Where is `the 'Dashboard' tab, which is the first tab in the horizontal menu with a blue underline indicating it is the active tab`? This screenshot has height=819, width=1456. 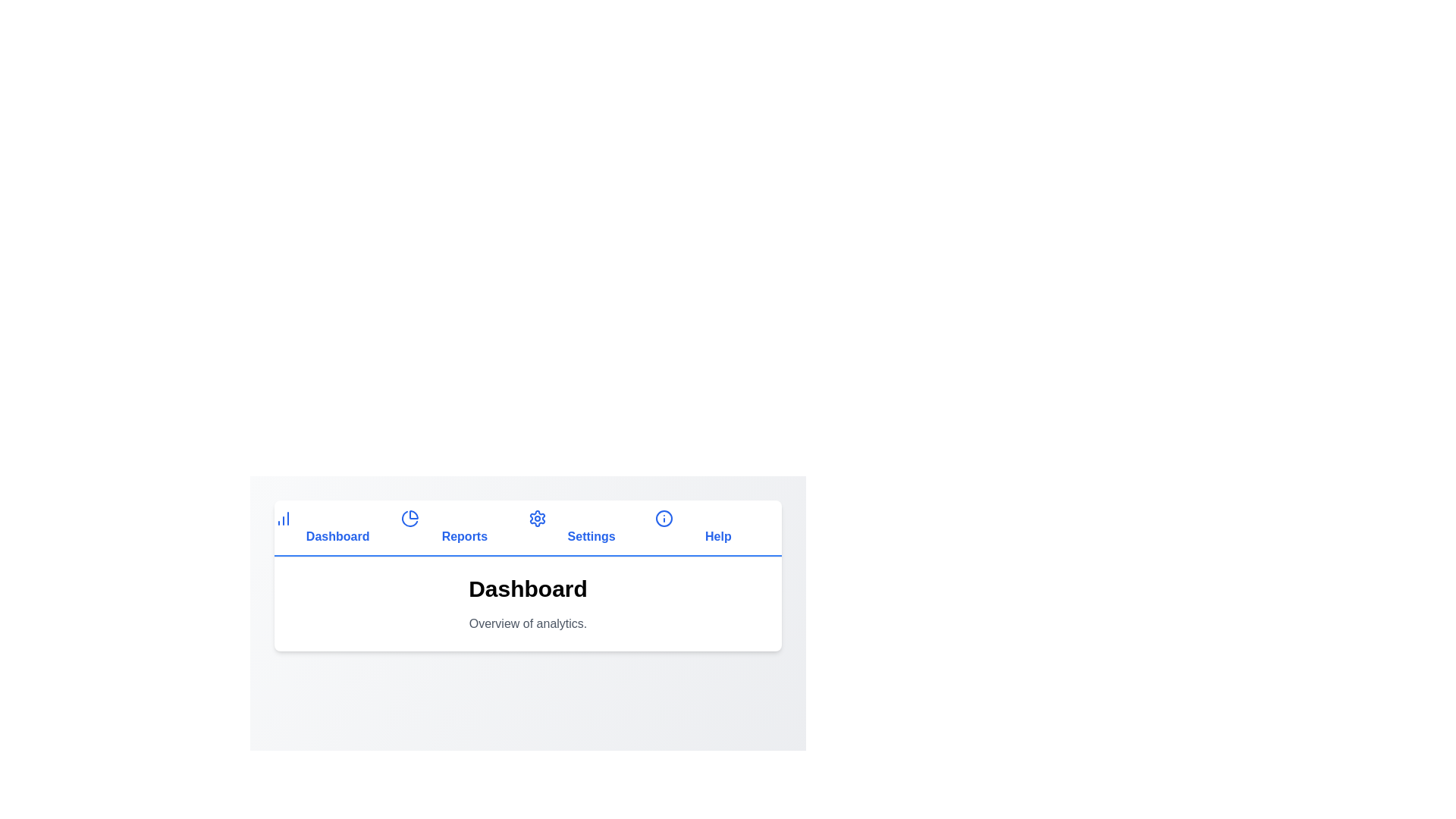
the 'Dashboard' tab, which is the first tab in the horizontal menu with a blue underline indicating it is the active tab is located at coordinates (337, 528).